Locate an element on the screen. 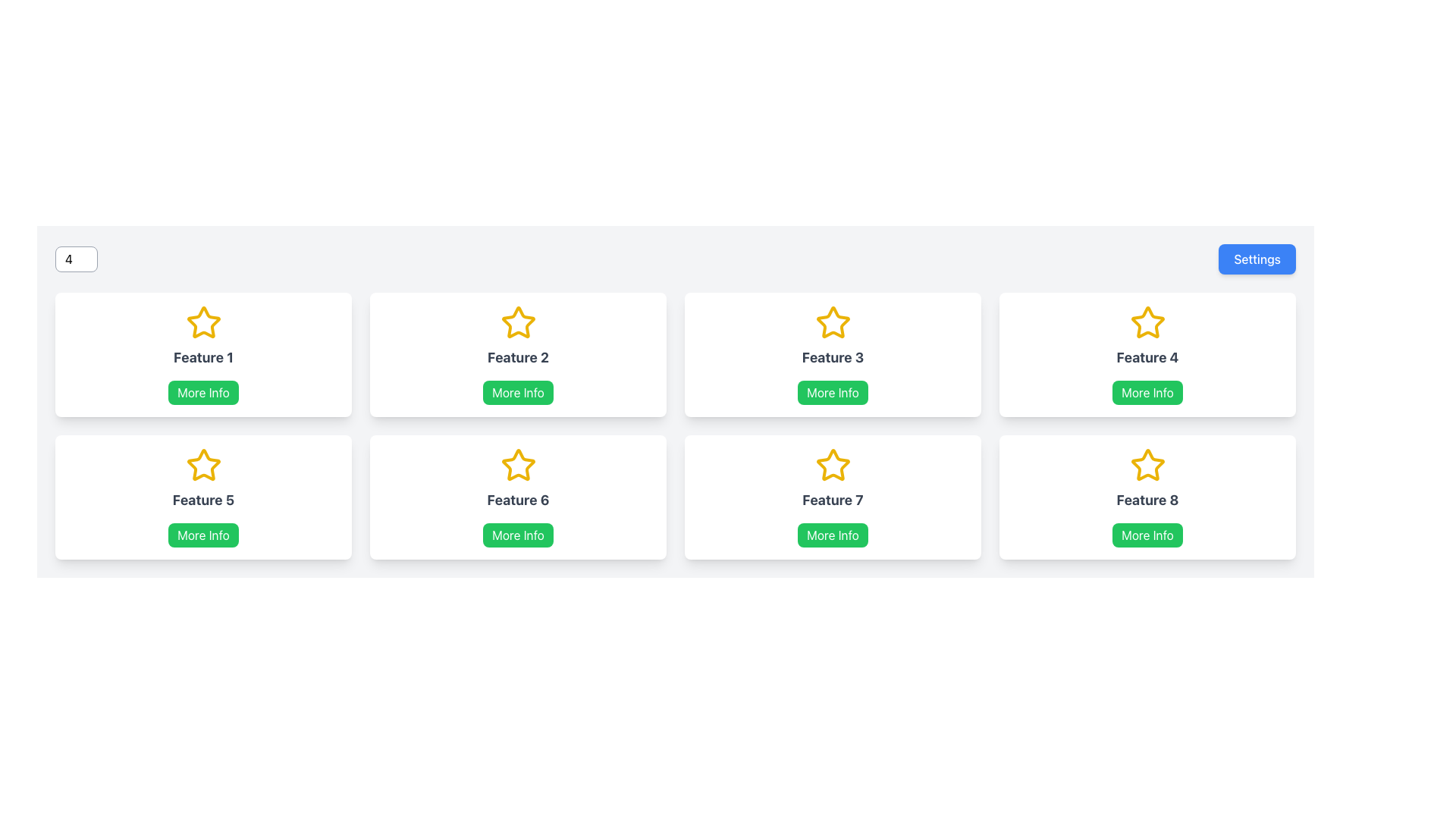 The height and width of the screenshot is (819, 1456). the text label located in the fourth card of the grid layout, which identifies the feature associated with the card, situated below the star icon and above the 'More Info' button is located at coordinates (1147, 357).